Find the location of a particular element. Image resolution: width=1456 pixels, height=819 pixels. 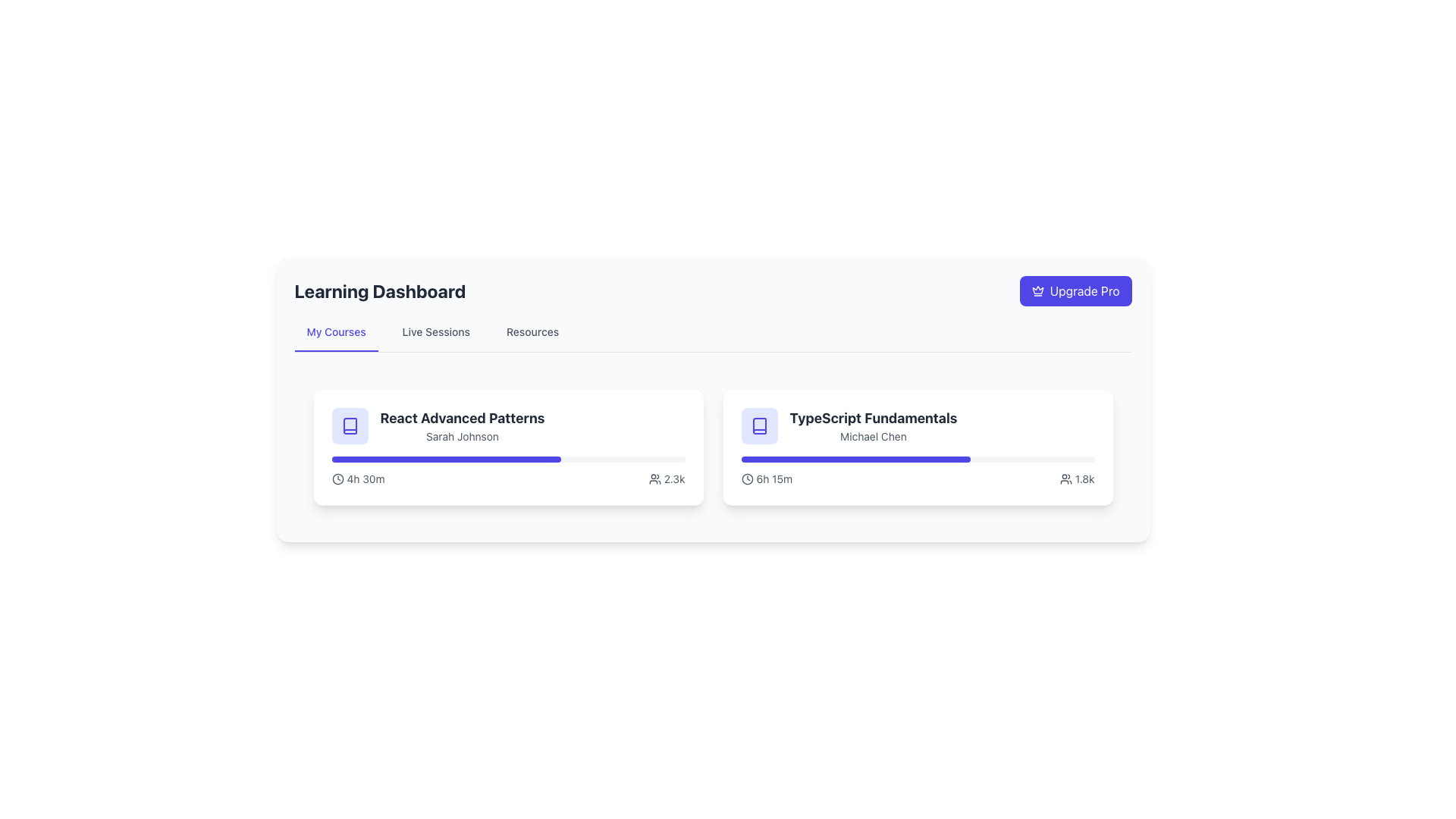

informative text element displaying '4h 30m' with associated icons, located below the progress bar in the 'React Advanced Patterns' card is located at coordinates (508, 479).